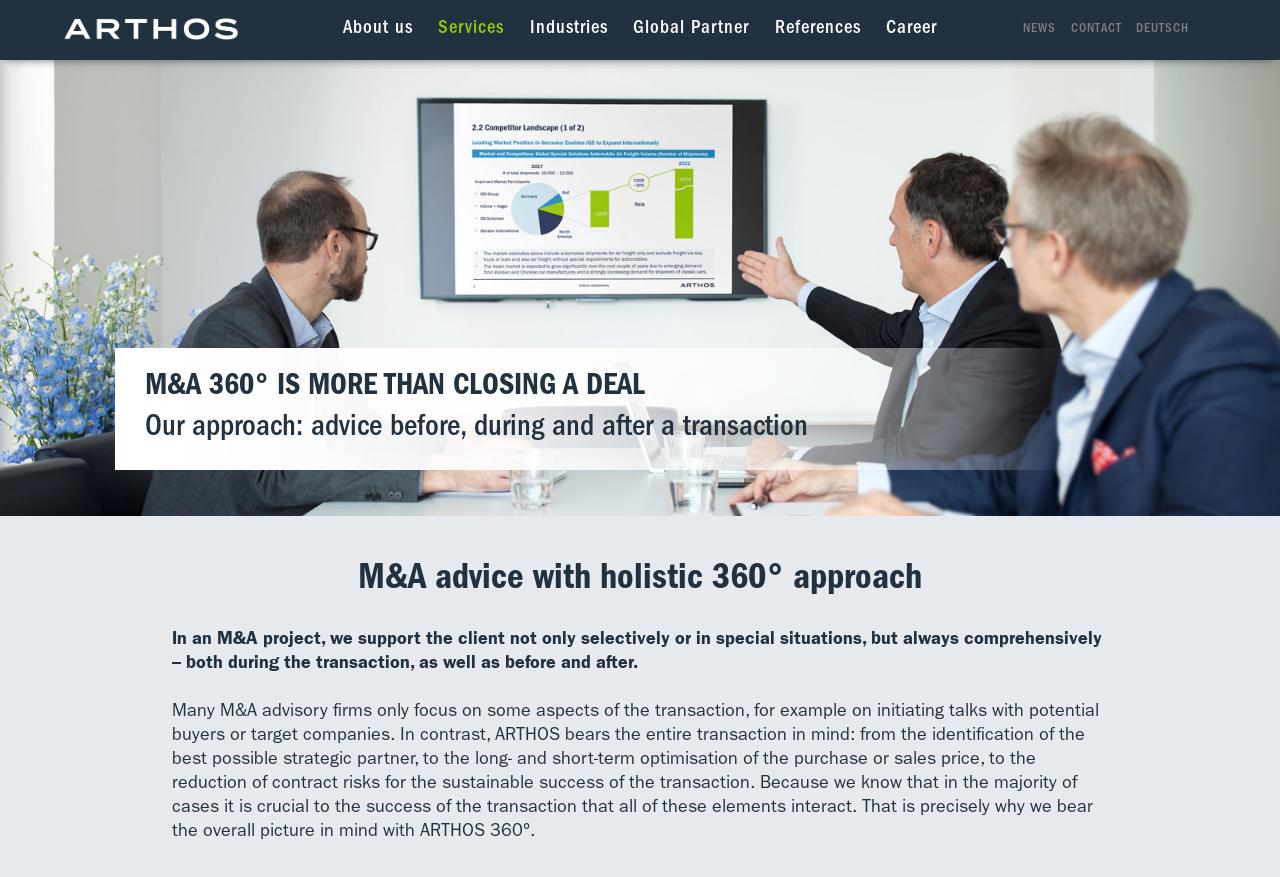  Describe the element at coordinates (566, 28) in the screenshot. I see `'Industries'` at that location.